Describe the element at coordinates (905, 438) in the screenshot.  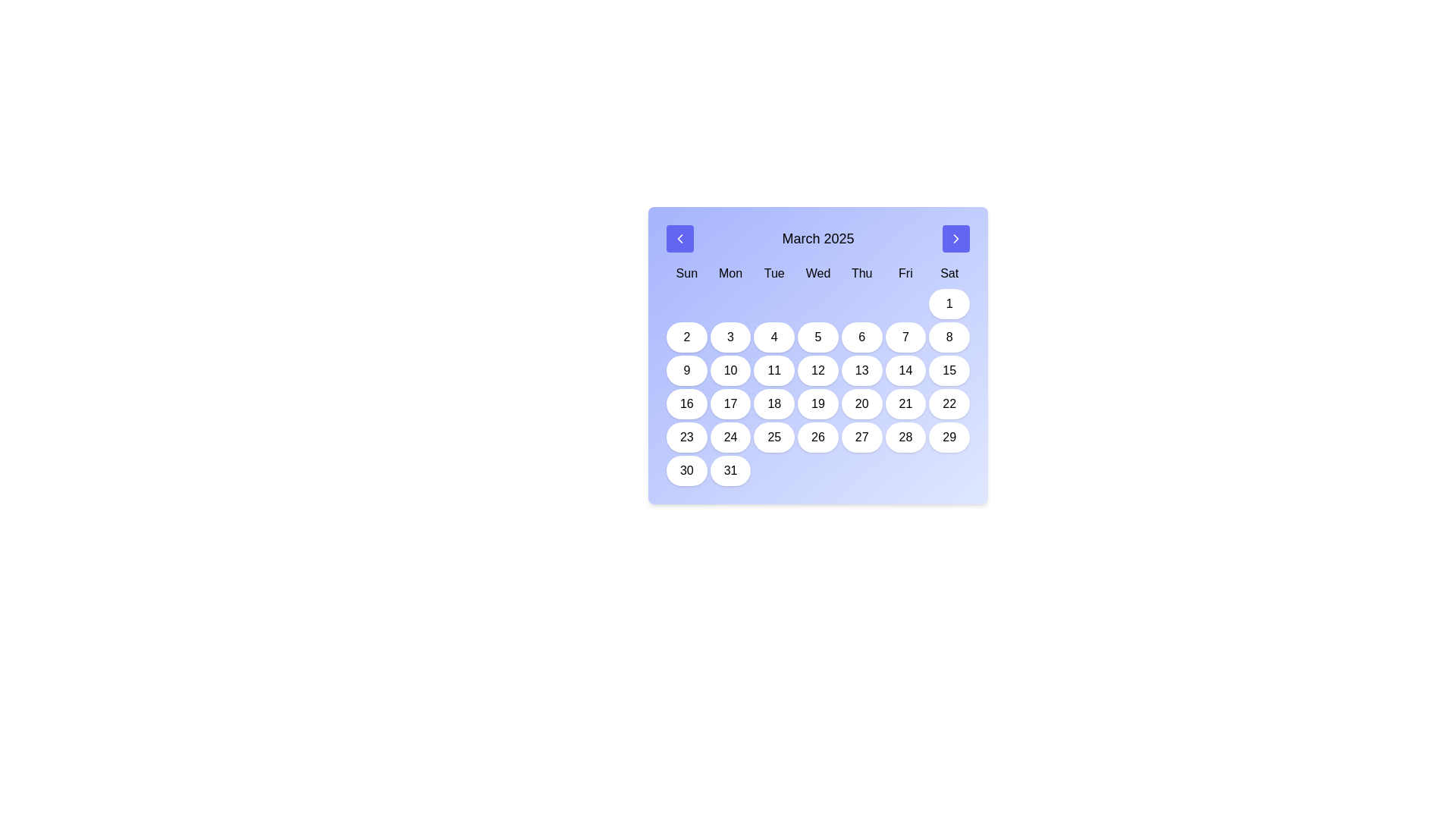
I see `the circular button with a white background showing the number '28' in black text, located in the bottom-right area of the calendar grid` at that location.